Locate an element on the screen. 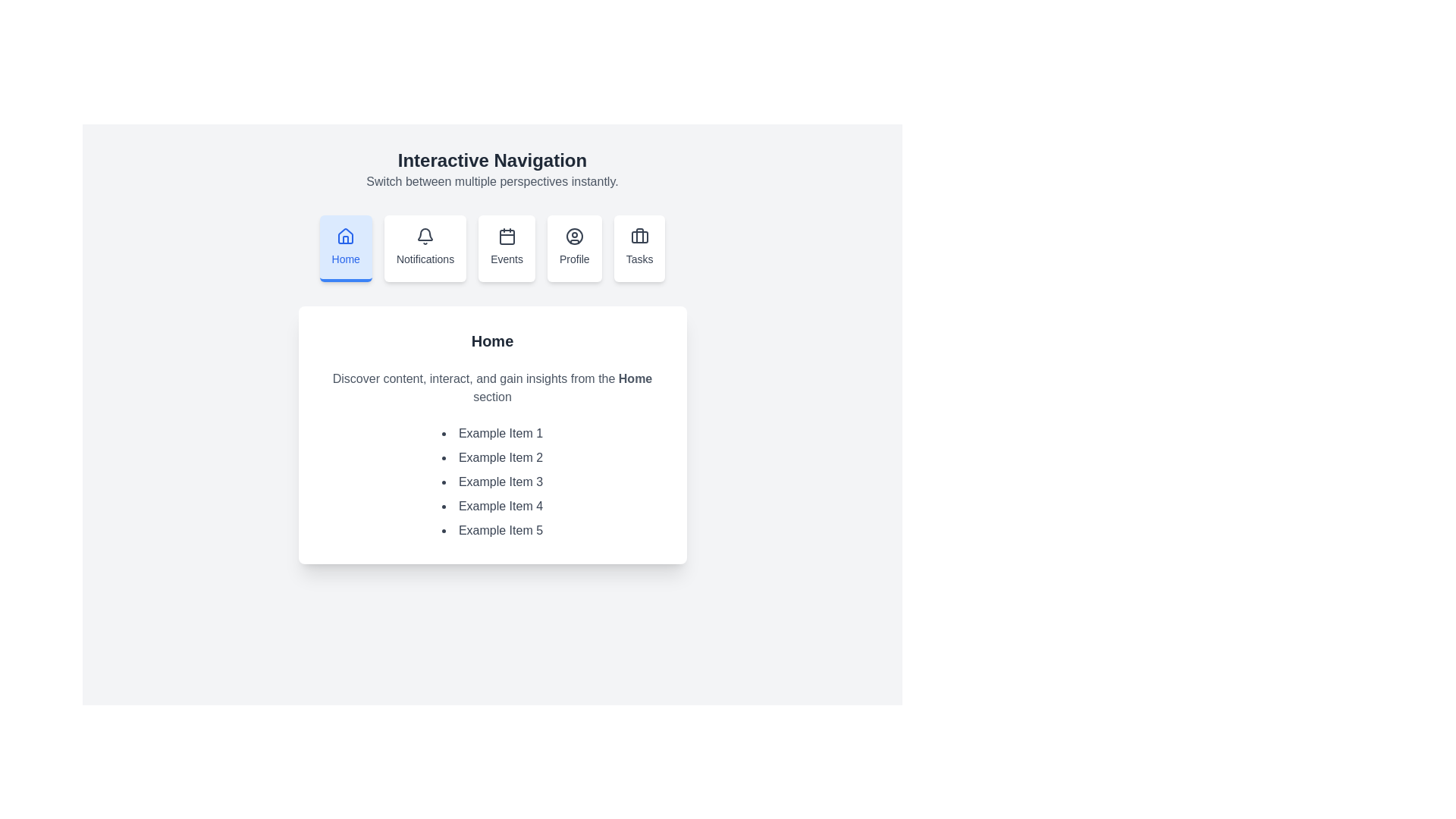 The image size is (1456, 819). the text label displaying the word 'Home' located in the center-right part of the content card, just before the word 'section' is located at coordinates (635, 378).